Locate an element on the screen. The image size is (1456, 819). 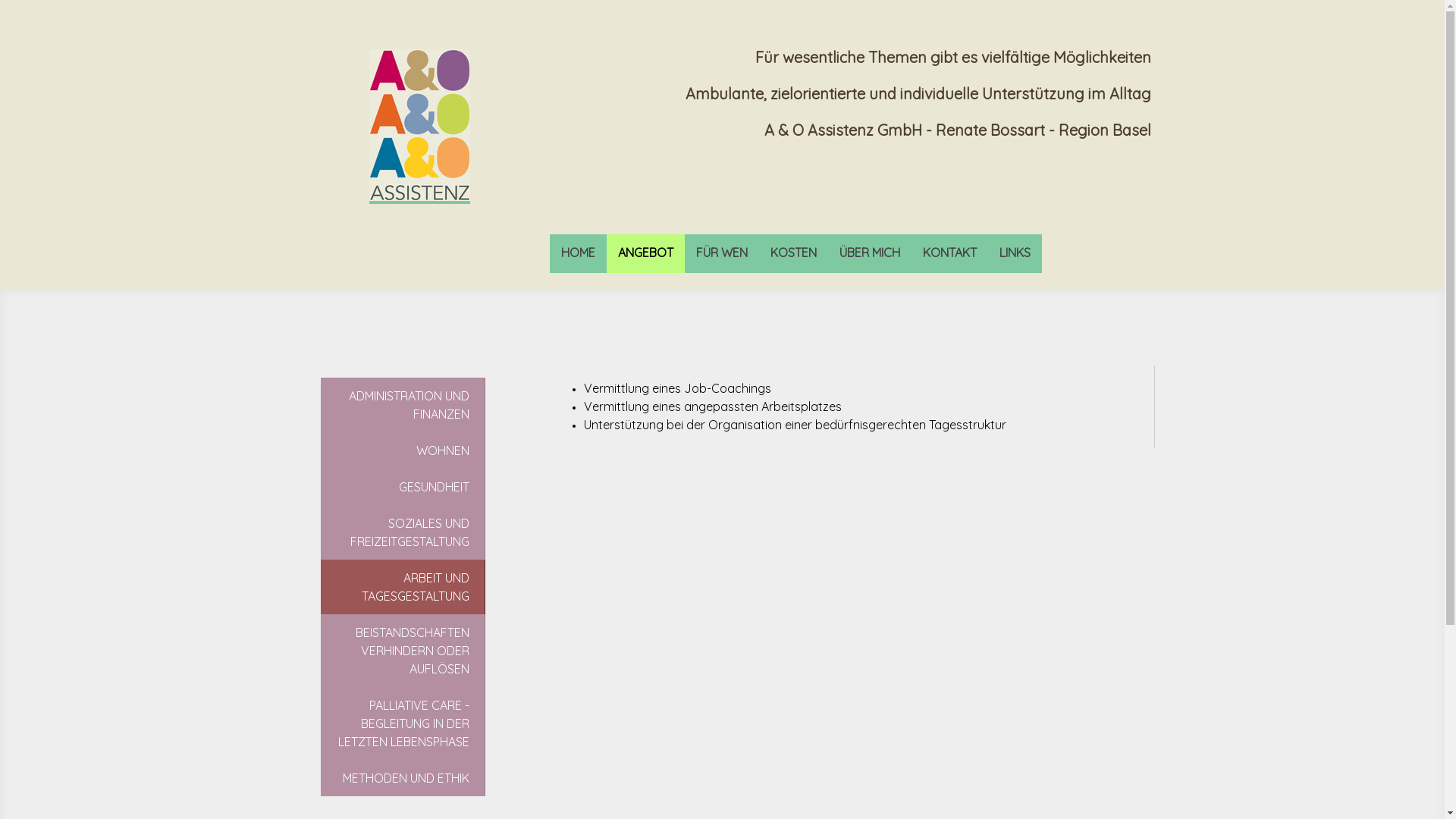
'KOSTEN' is located at coordinates (792, 253).